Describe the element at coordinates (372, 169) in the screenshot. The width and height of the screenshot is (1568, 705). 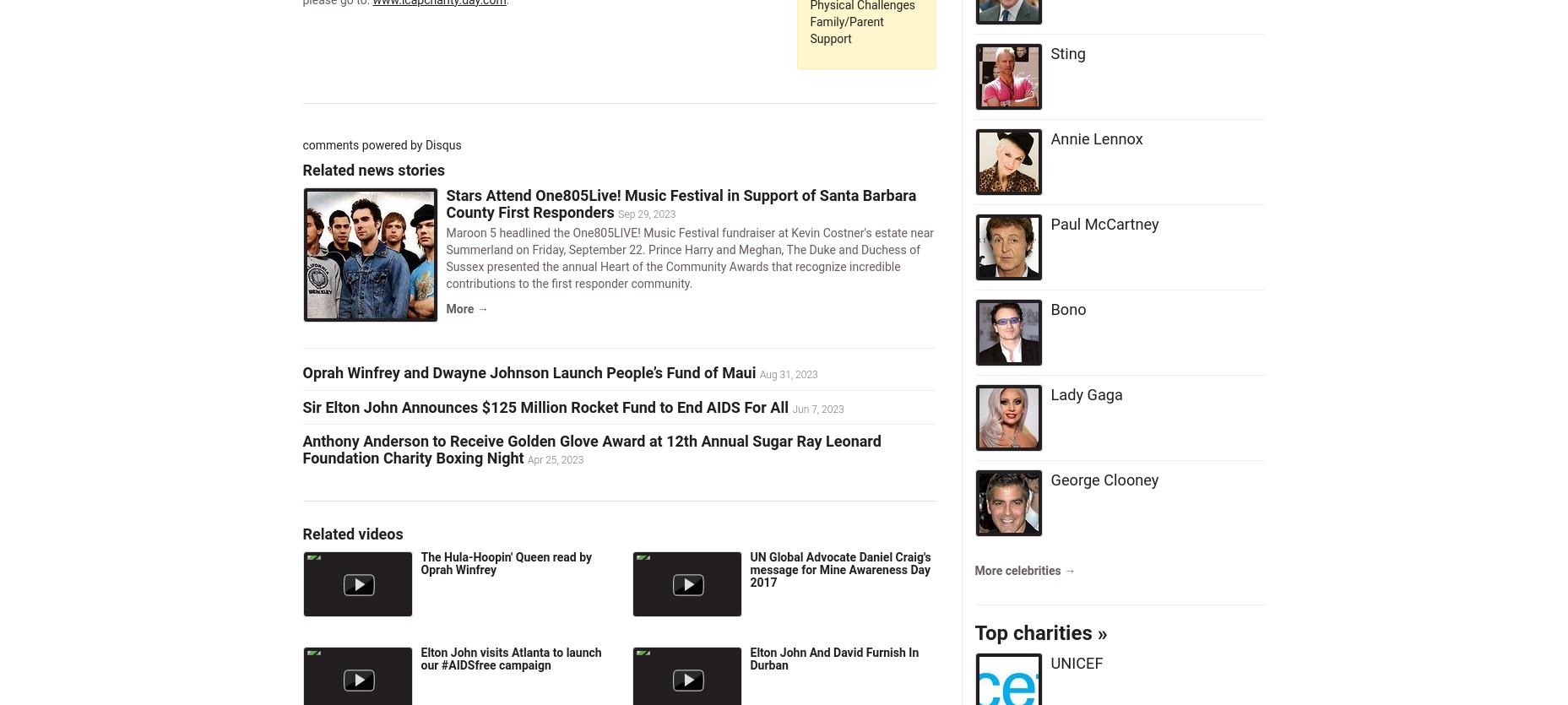
I see `'Related news stories'` at that location.